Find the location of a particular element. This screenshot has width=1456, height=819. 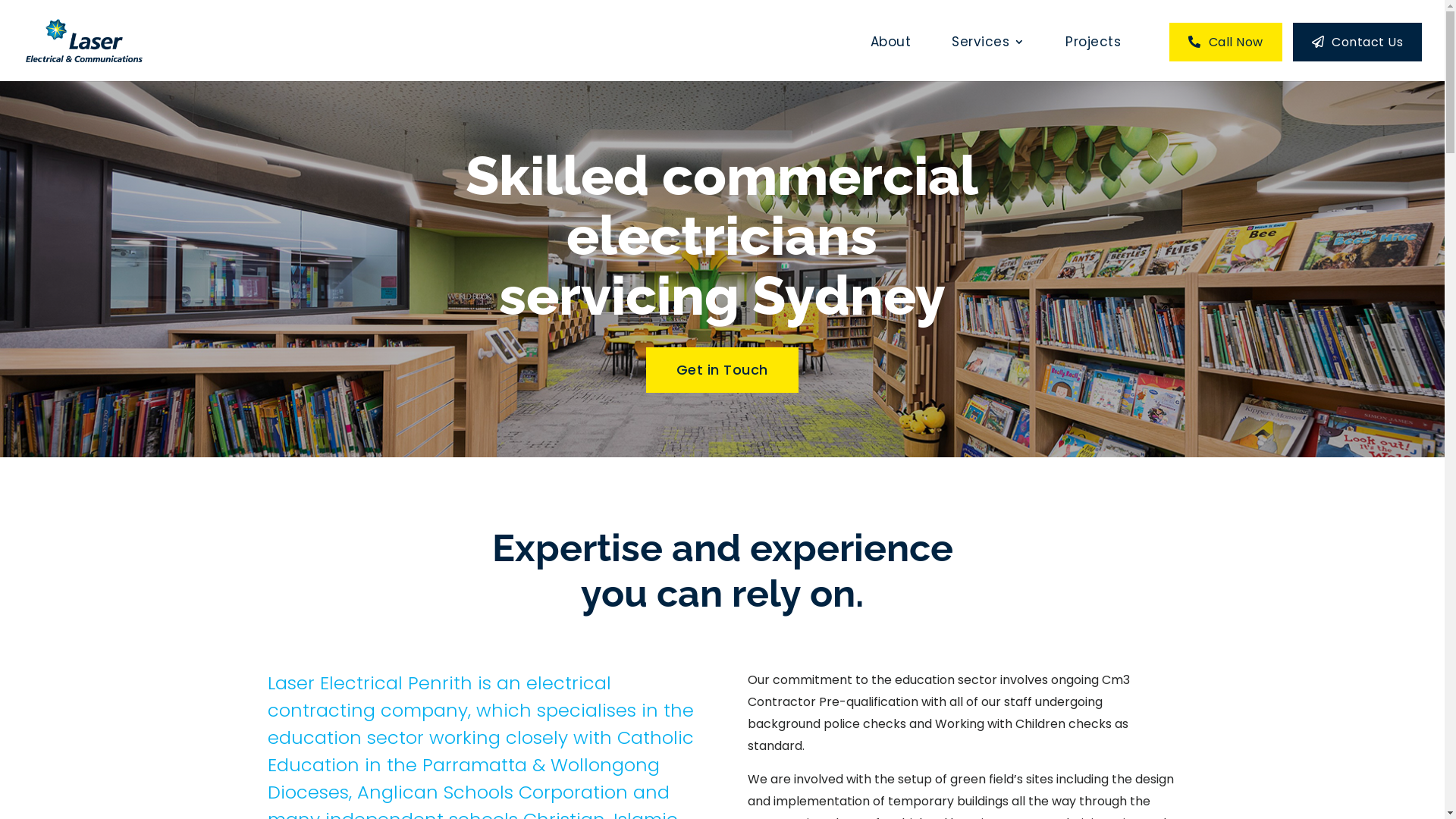

'Get in Touch' is located at coordinates (645, 370).